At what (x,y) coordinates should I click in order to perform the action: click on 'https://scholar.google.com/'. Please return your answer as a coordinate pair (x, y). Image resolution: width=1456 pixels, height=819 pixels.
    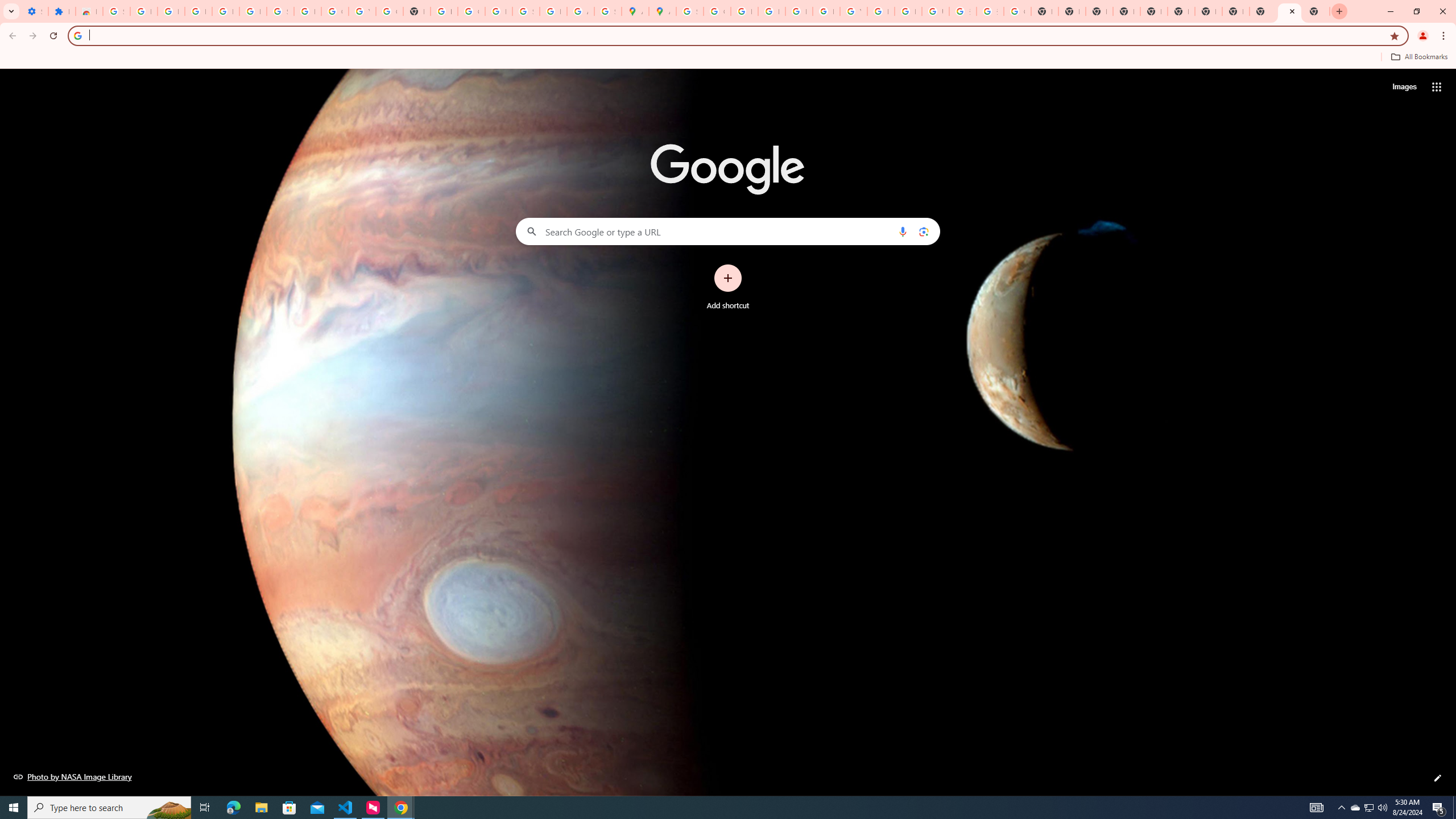
    Looking at the image, I should click on (443, 11).